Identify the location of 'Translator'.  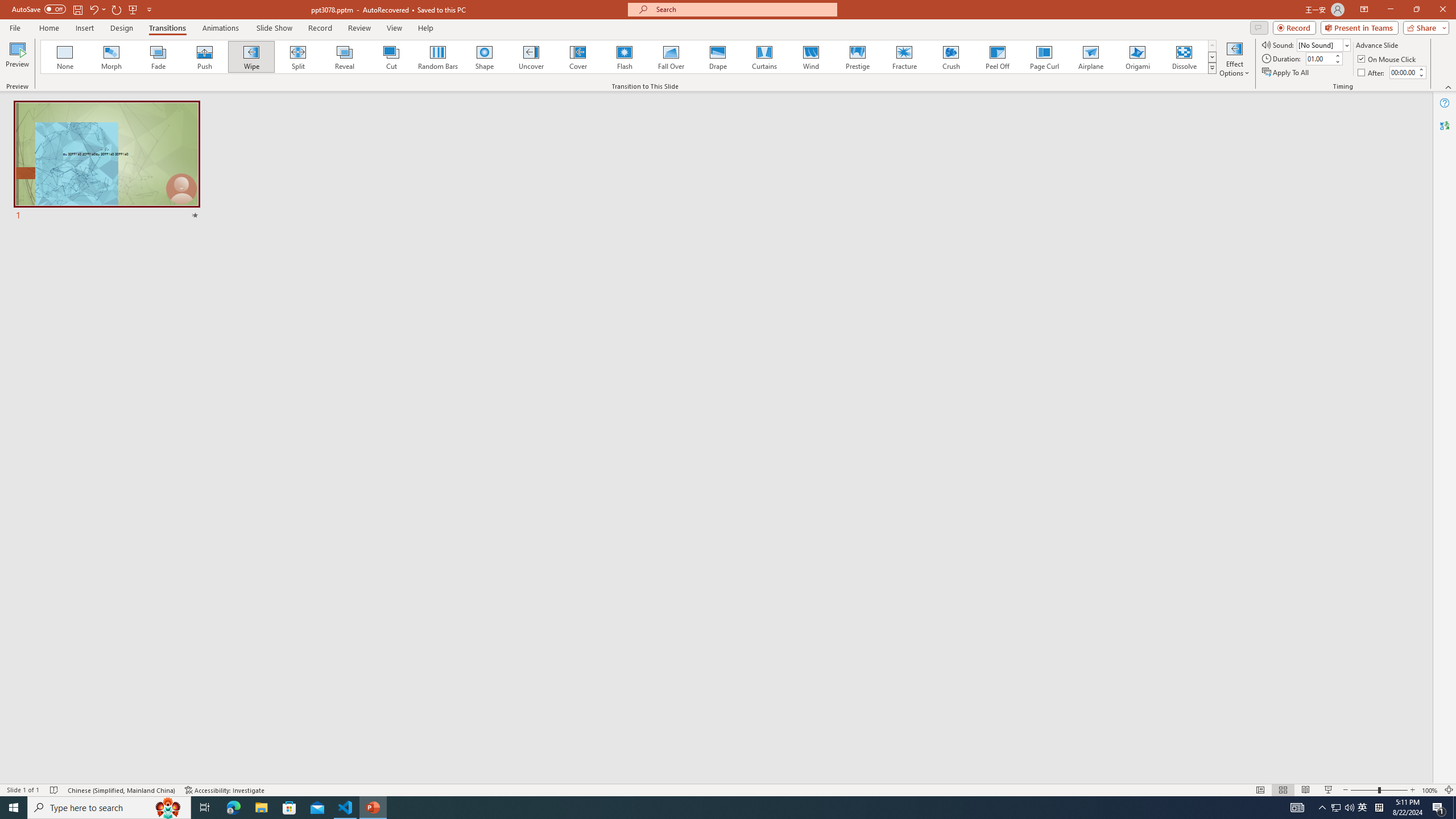
(1444, 126).